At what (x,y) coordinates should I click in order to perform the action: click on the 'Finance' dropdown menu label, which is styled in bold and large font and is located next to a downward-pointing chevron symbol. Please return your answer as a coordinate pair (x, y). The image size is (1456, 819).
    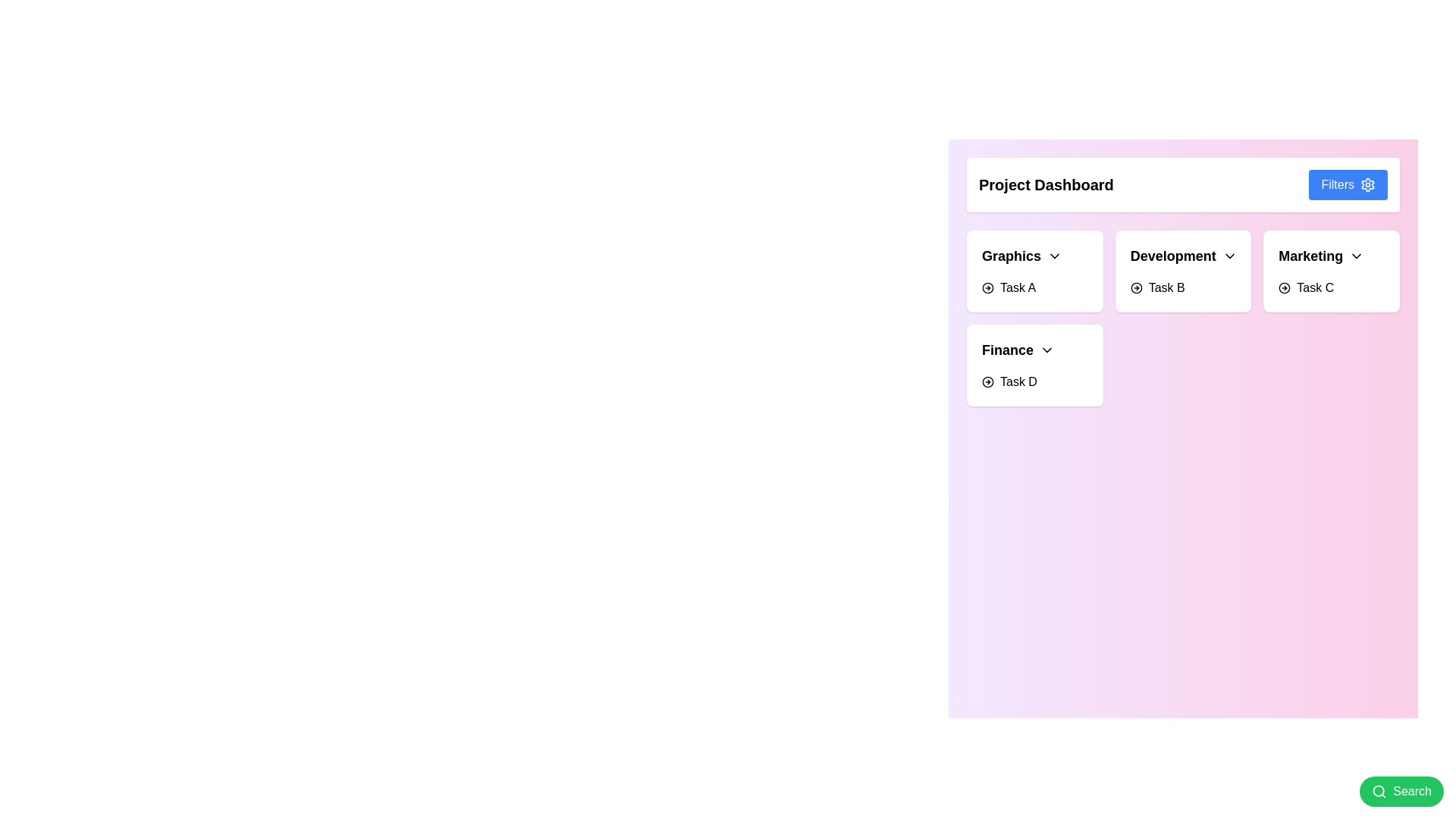
    Looking at the image, I should click on (1018, 350).